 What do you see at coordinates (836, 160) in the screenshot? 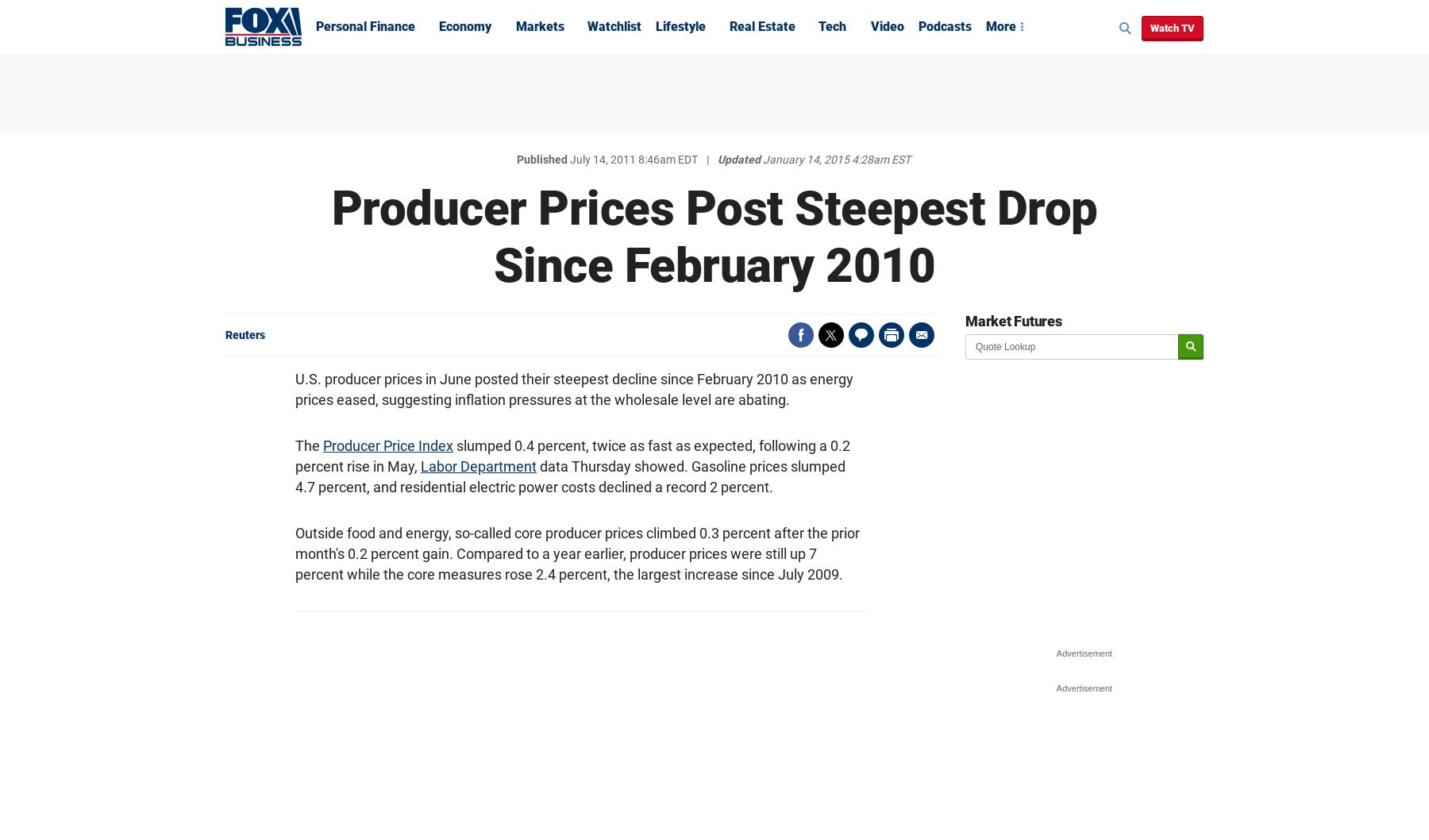
I see `'January 14, 2015 4:28am EST'` at bounding box center [836, 160].